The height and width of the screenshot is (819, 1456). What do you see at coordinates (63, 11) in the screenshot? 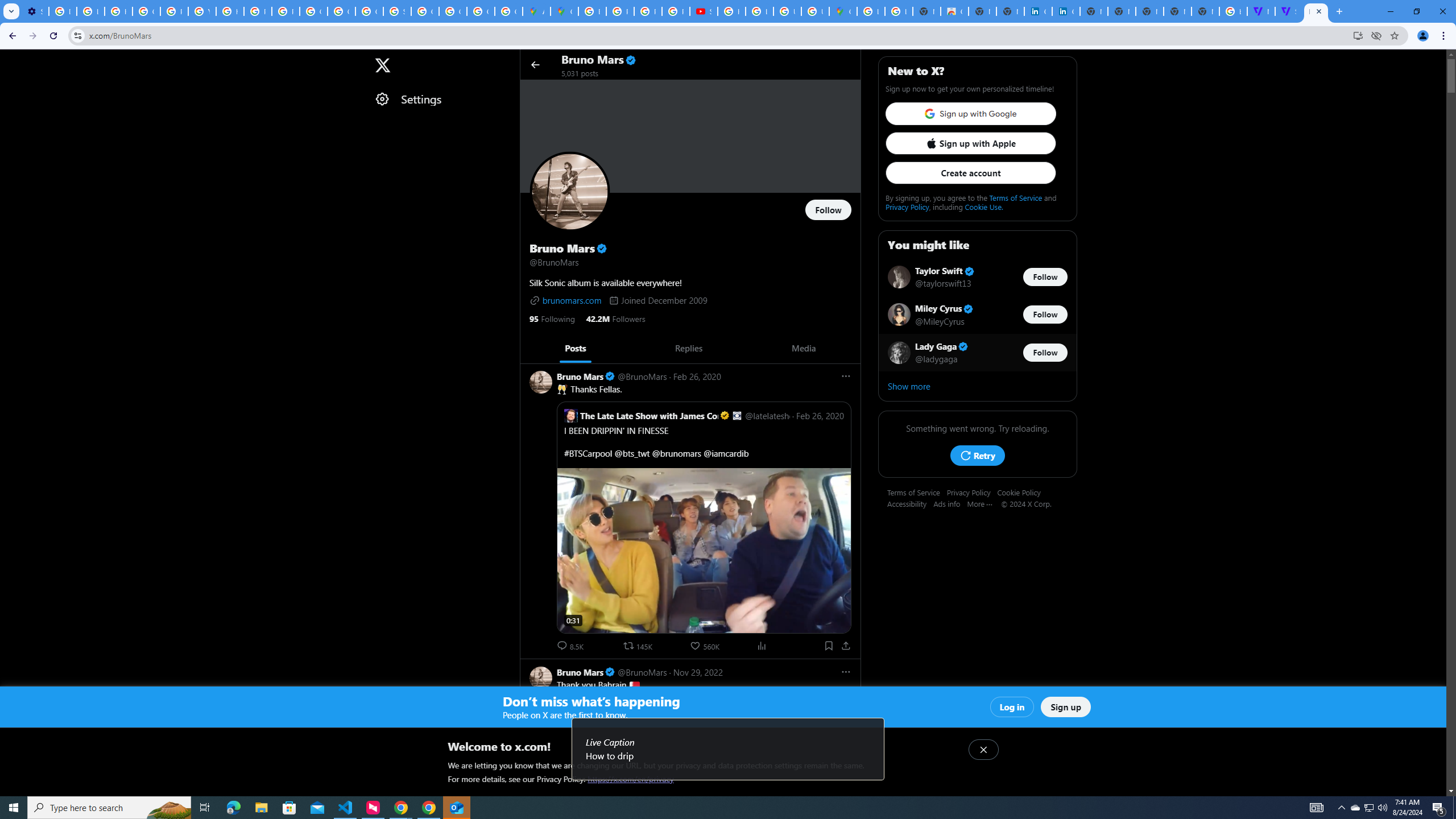
I see `'Delete photos & videos - Computer - Google Photos Help'` at bounding box center [63, 11].